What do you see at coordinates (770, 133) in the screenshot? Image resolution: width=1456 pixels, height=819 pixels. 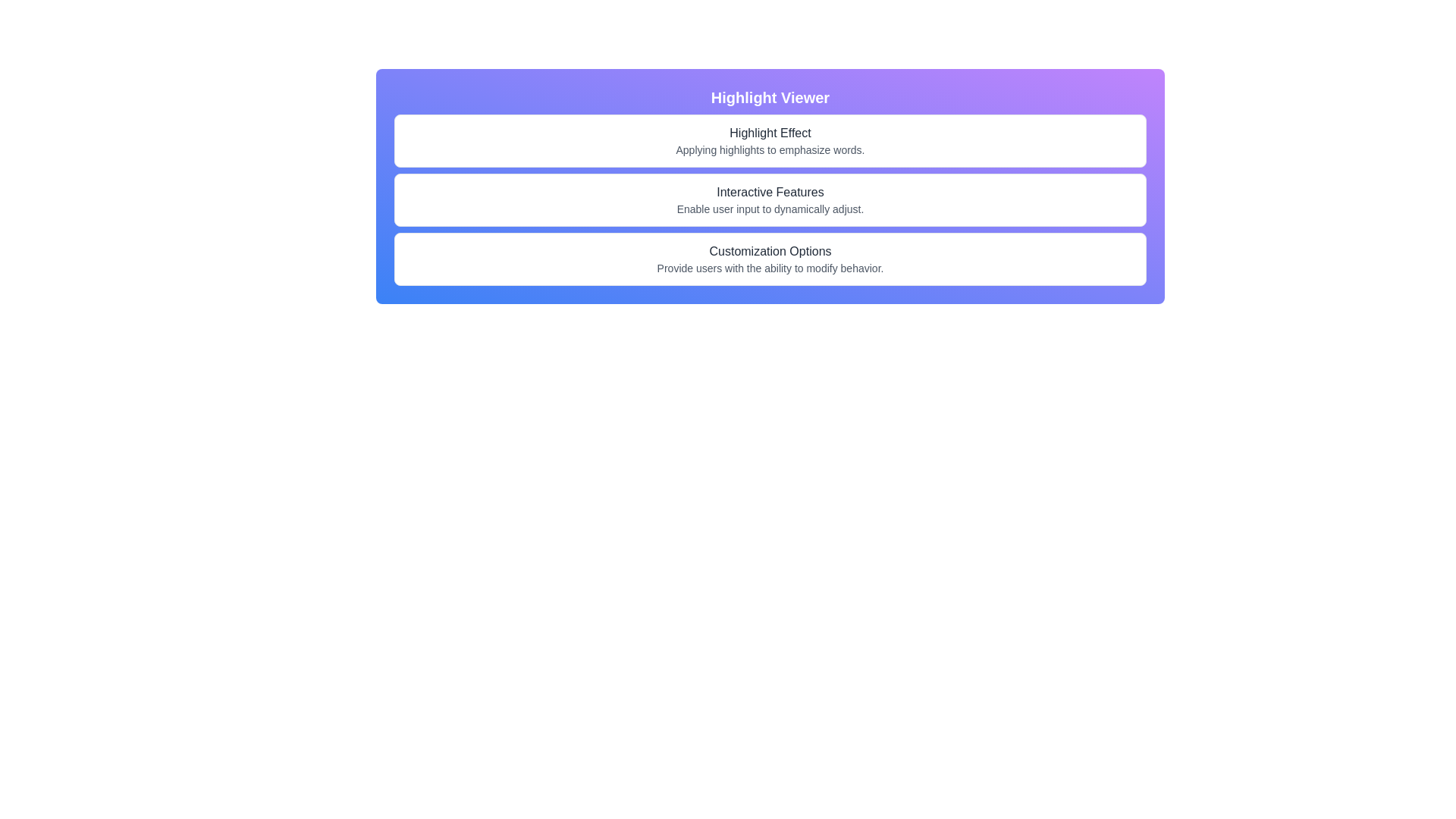 I see `the text content of the Text Label located below the 'Highlight Viewer' header` at bounding box center [770, 133].